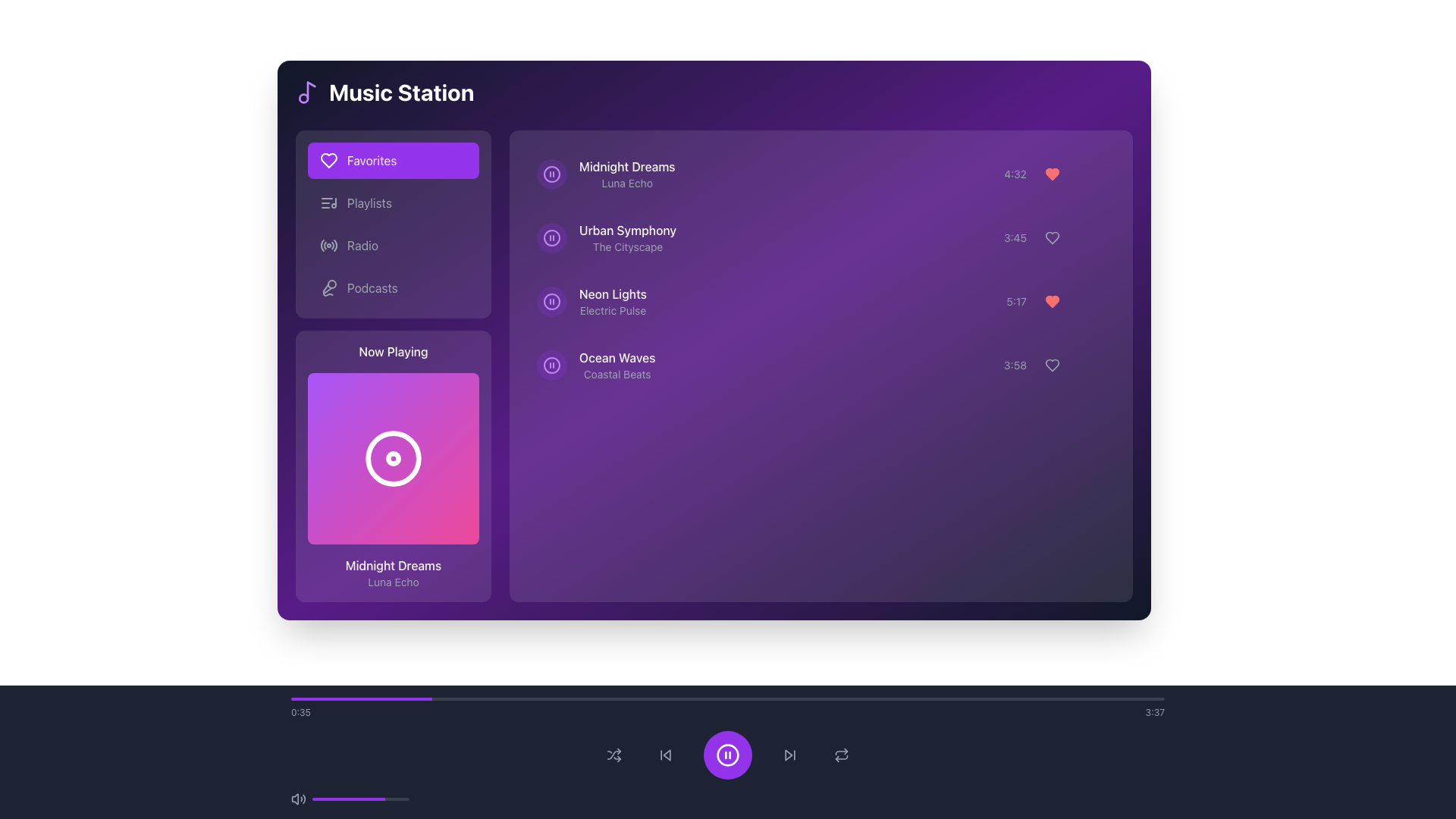 The image size is (1456, 819). What do you see at coordinates (360, 698) in the screenshot?
I see `the purple-filled progress bar segment that indicates progress within the gray background track at the bottom of the interface` at bounding box center [360, 698].